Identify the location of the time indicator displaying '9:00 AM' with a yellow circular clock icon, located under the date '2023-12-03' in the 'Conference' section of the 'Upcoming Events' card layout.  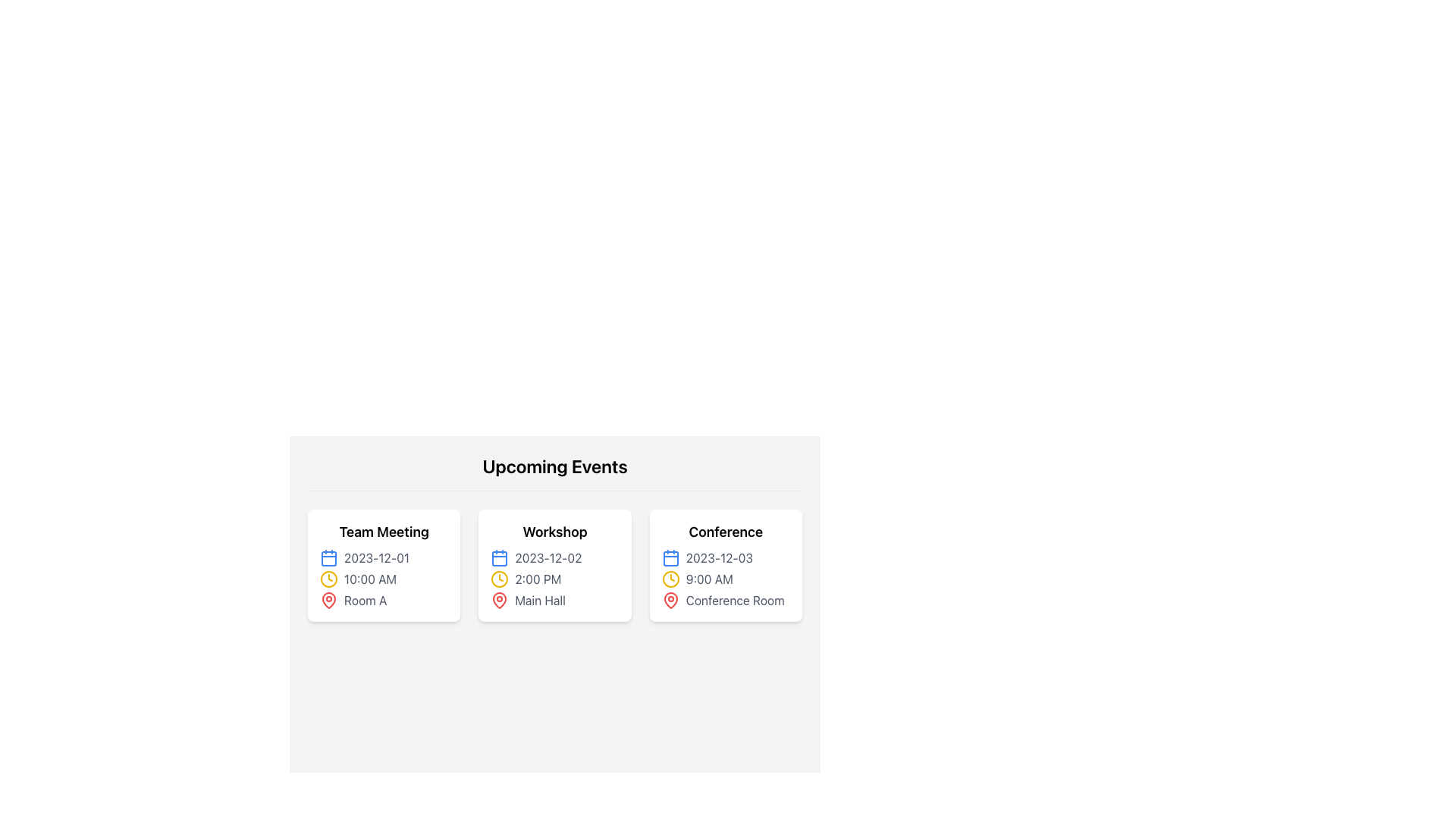
(725, 579).